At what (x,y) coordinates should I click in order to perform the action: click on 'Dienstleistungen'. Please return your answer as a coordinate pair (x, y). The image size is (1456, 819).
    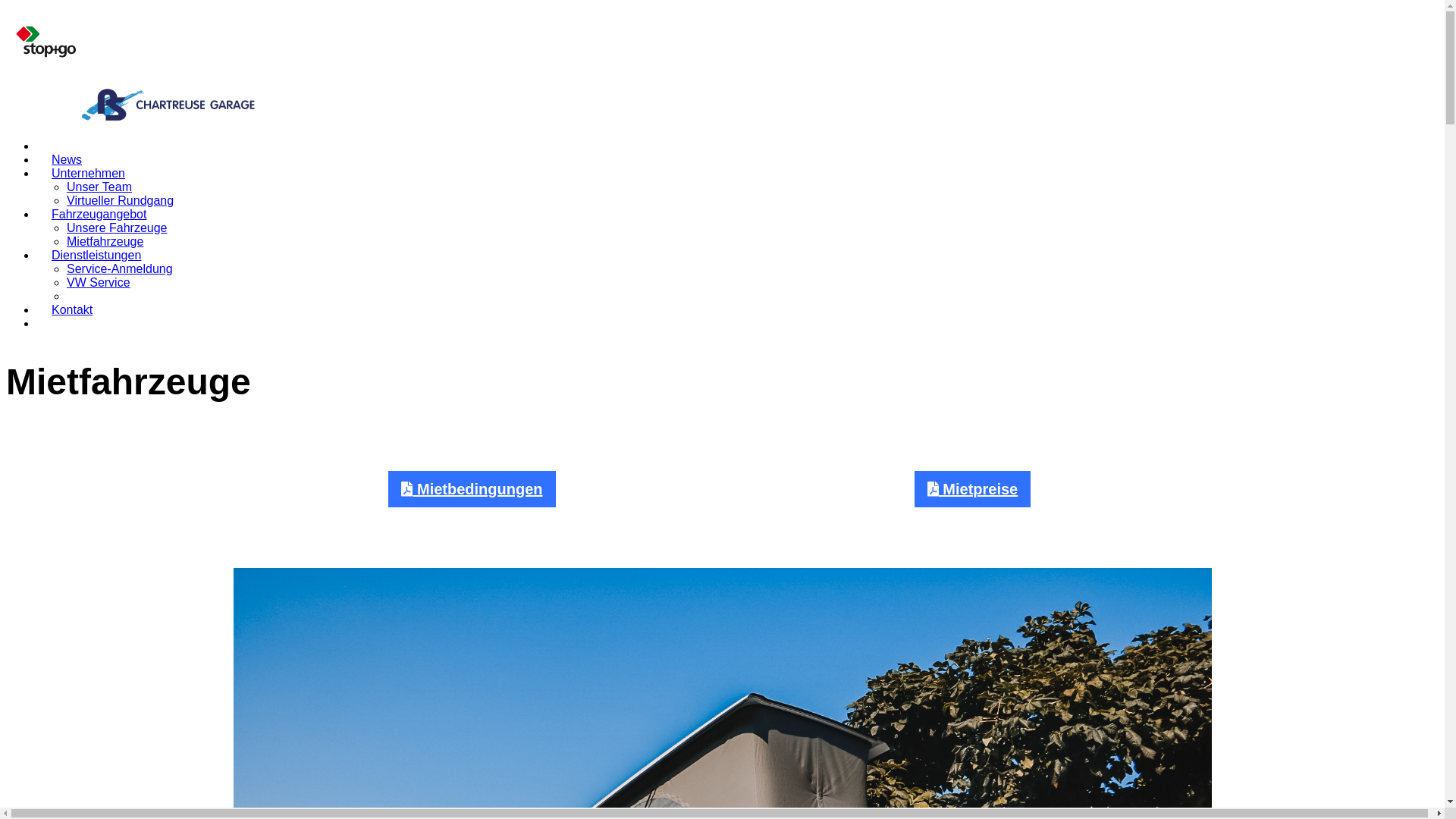
    Looking at the image, I should click on (95, 254).